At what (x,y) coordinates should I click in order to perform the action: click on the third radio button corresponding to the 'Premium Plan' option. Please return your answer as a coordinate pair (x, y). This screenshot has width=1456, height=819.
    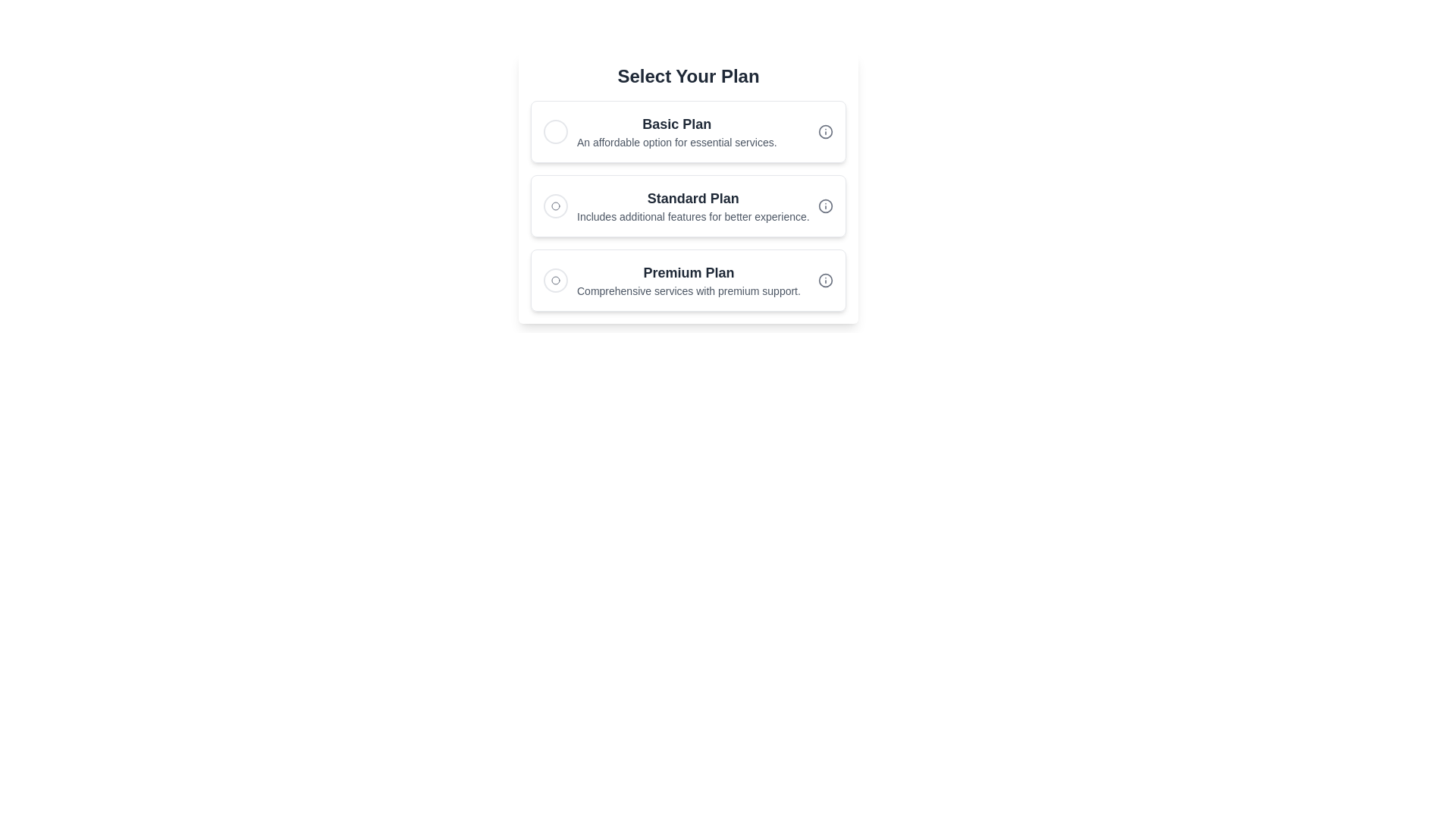
    Looking at the image, I should click on (555, 281).